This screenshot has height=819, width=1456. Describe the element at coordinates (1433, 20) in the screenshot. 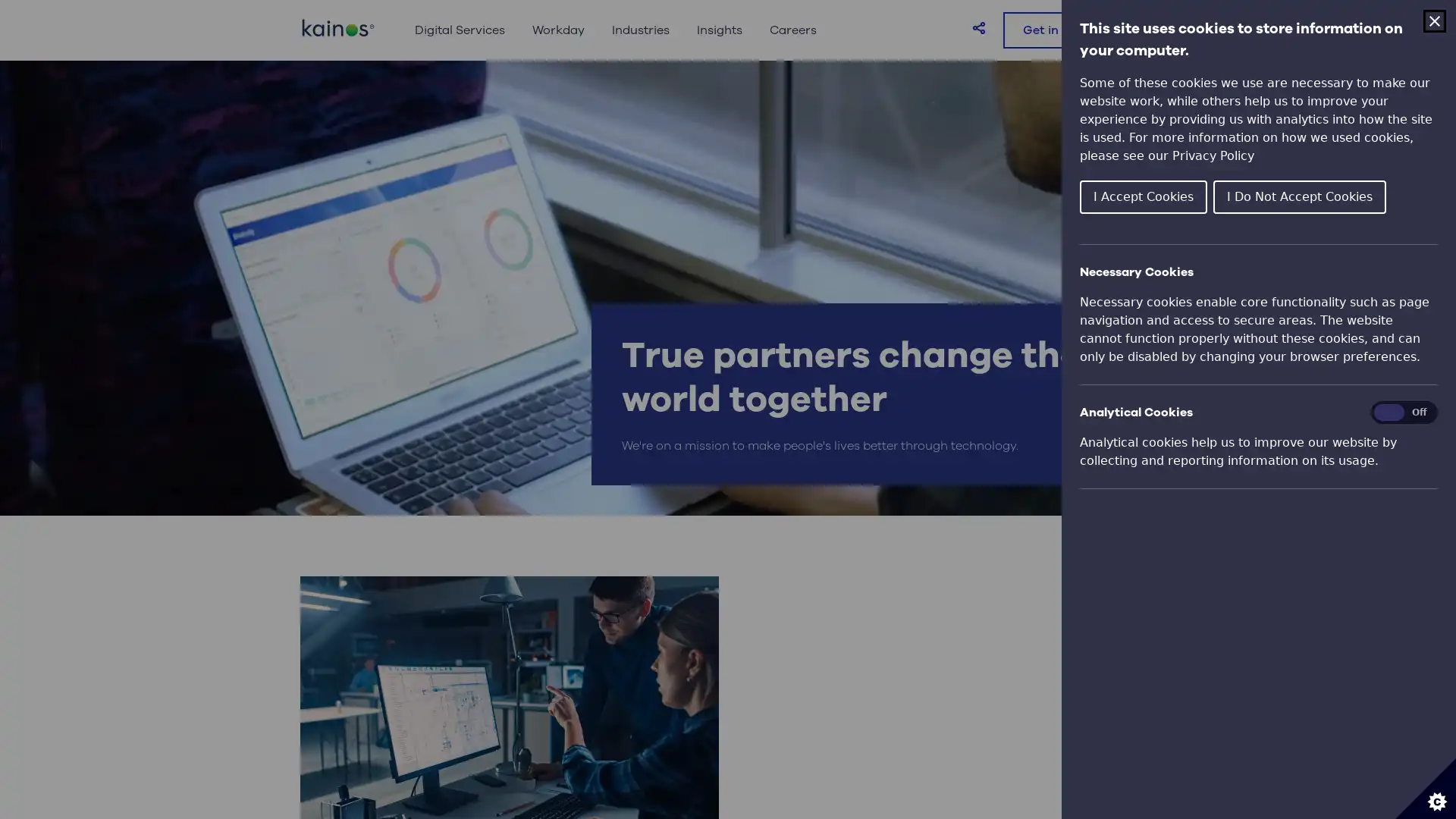

I see `Close Cookie Control` at that location.